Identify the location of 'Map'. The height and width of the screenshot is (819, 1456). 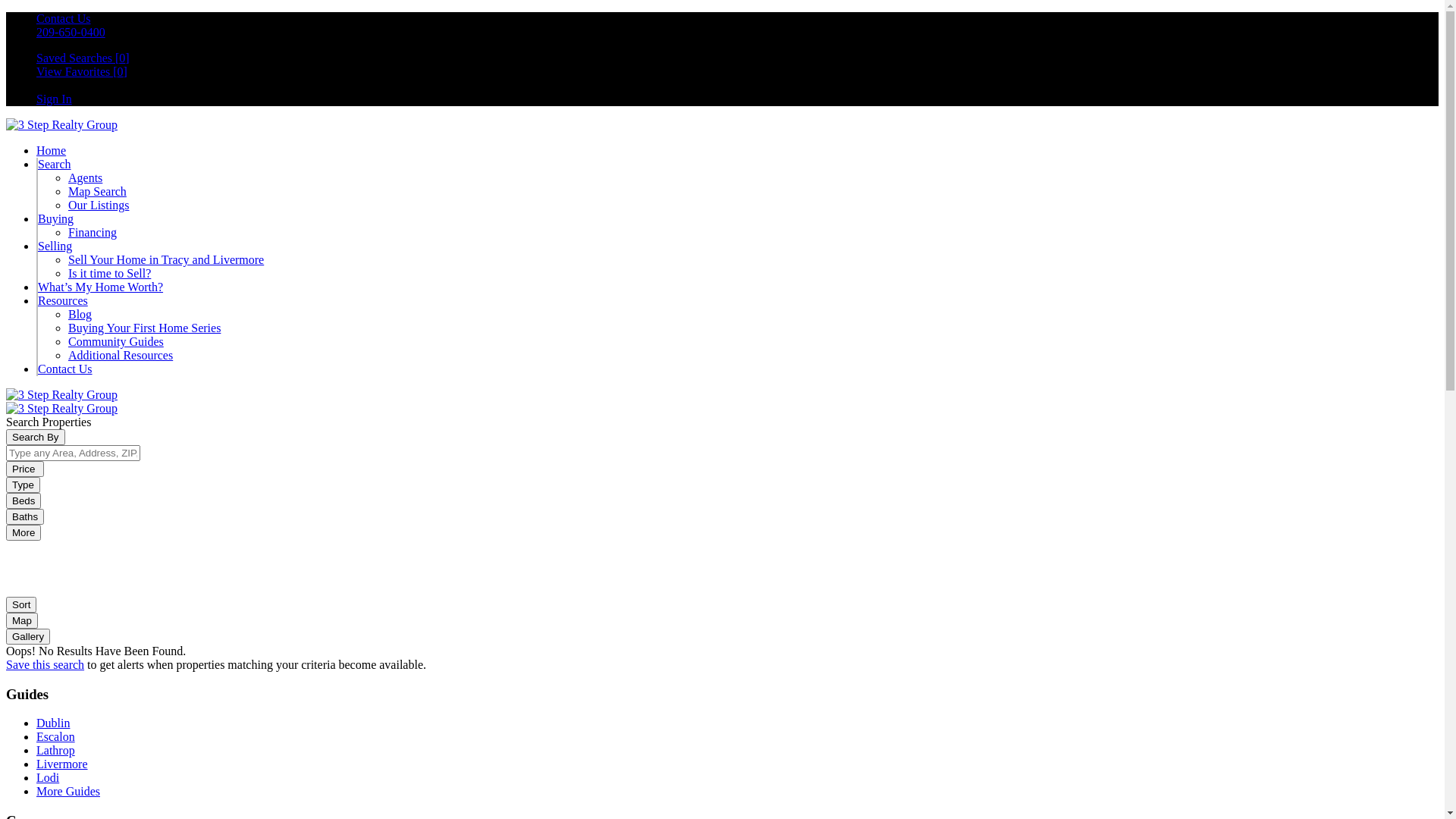
(21, 620).